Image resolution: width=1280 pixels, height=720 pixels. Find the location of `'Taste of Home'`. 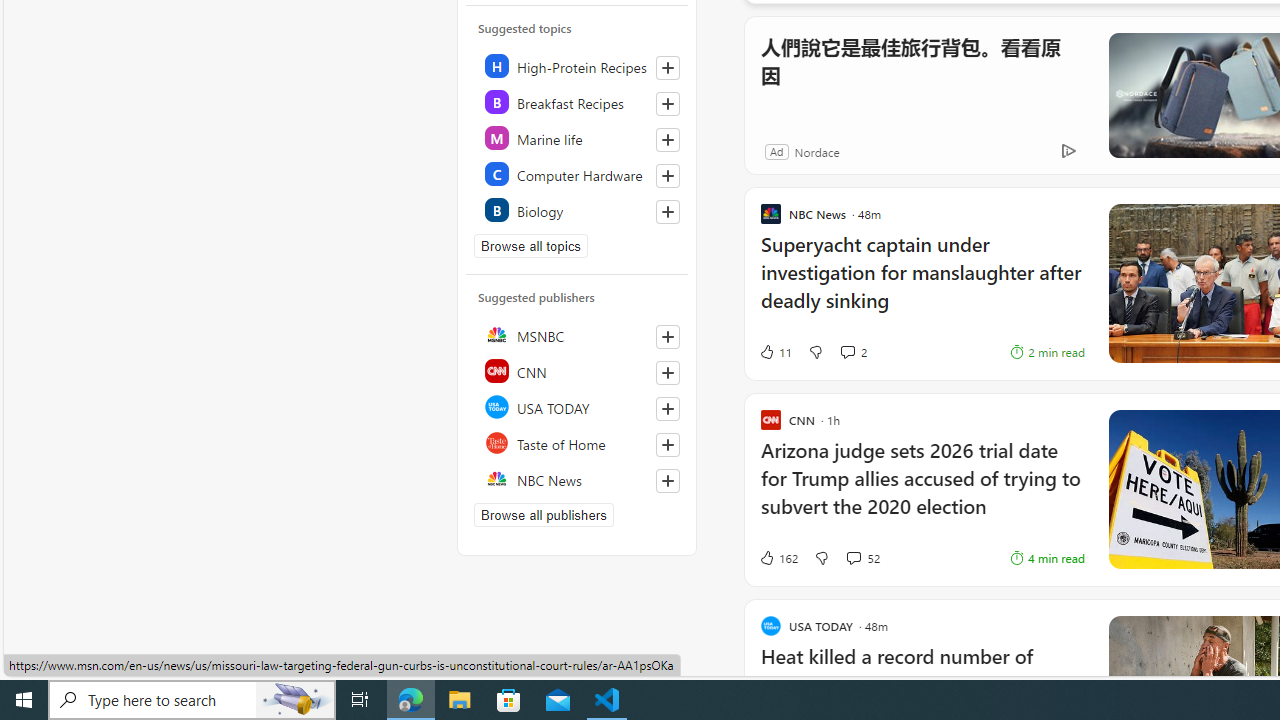

'Taste of Home' is located at coordinates (577, 442).